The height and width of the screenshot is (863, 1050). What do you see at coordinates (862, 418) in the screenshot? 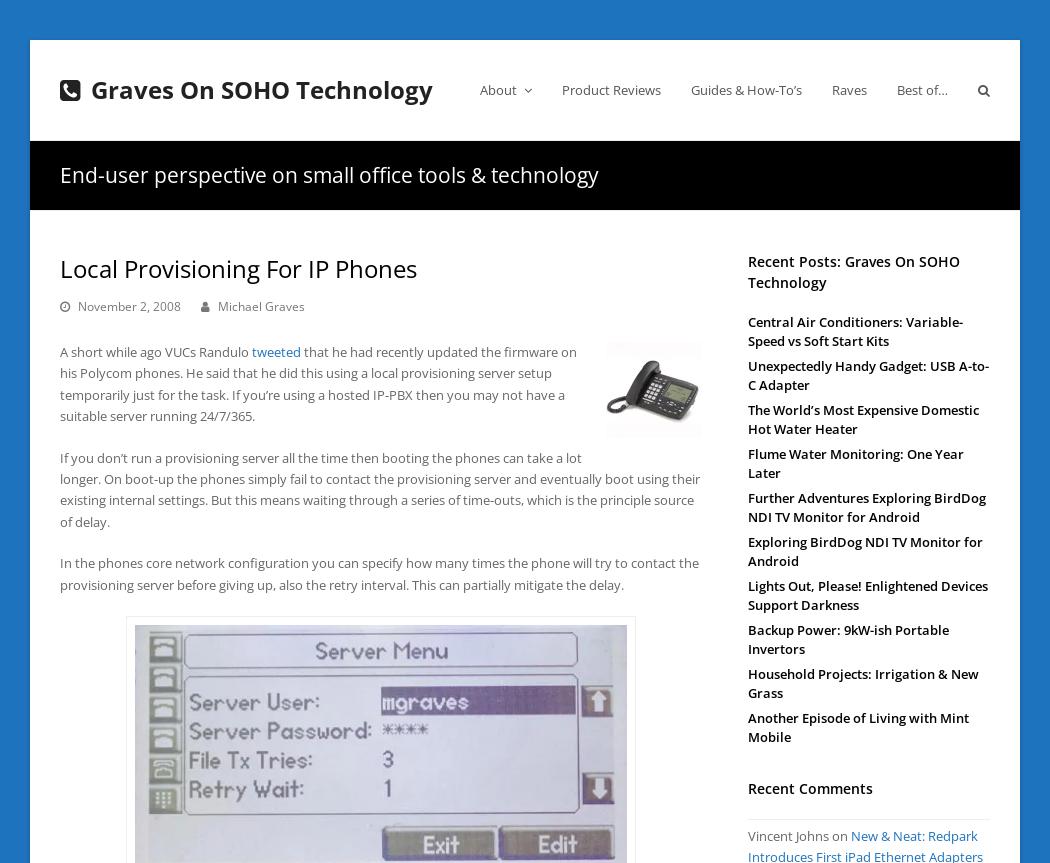
I see `'The World’s Most Expensive Domestic Hot Water Heater'` at bounding box center [862, 418].